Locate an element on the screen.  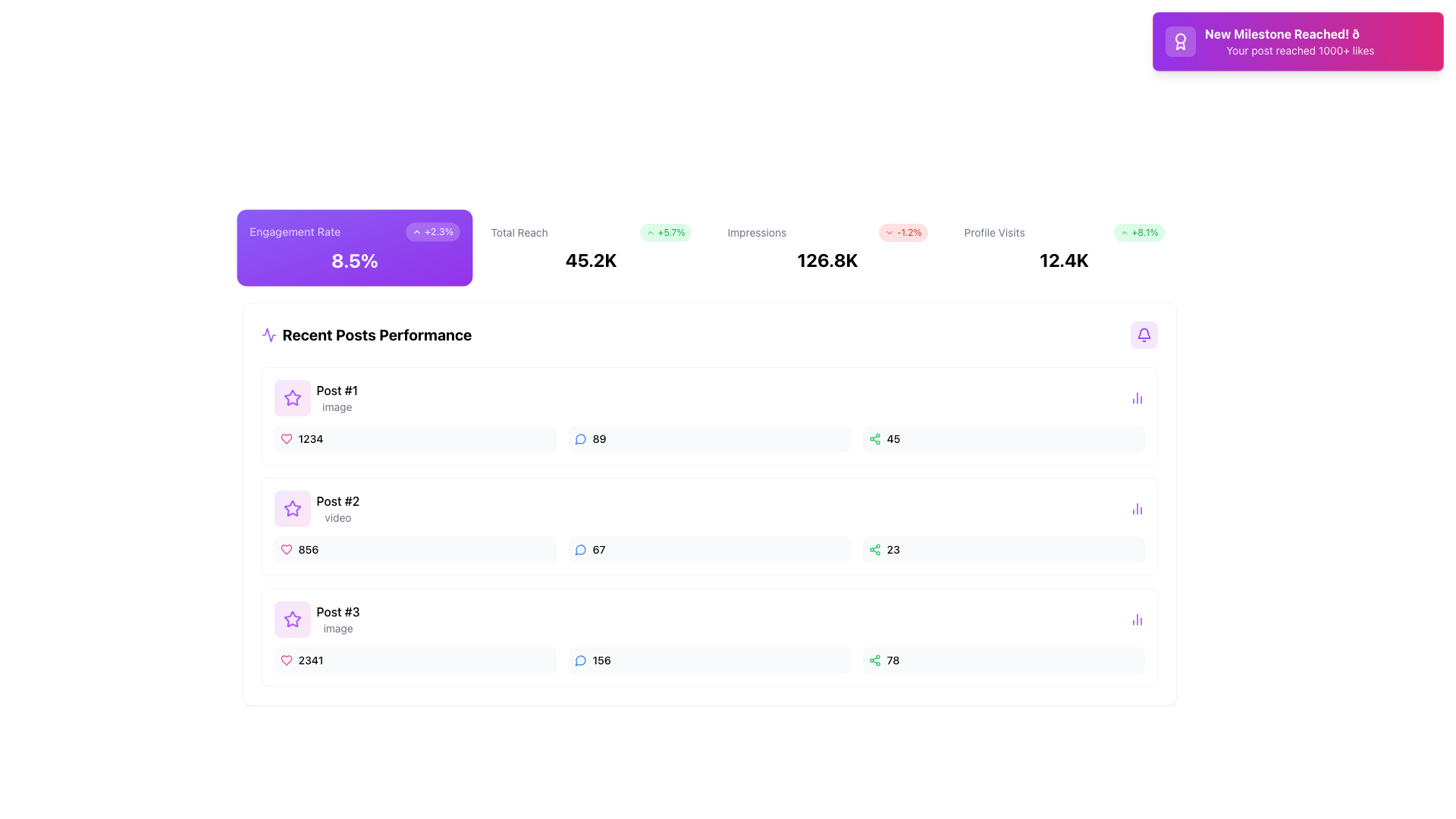
the green icon consisting of three connected circles arranged in a triangular formation to initiate the share action is located at coordinates (874, 438).